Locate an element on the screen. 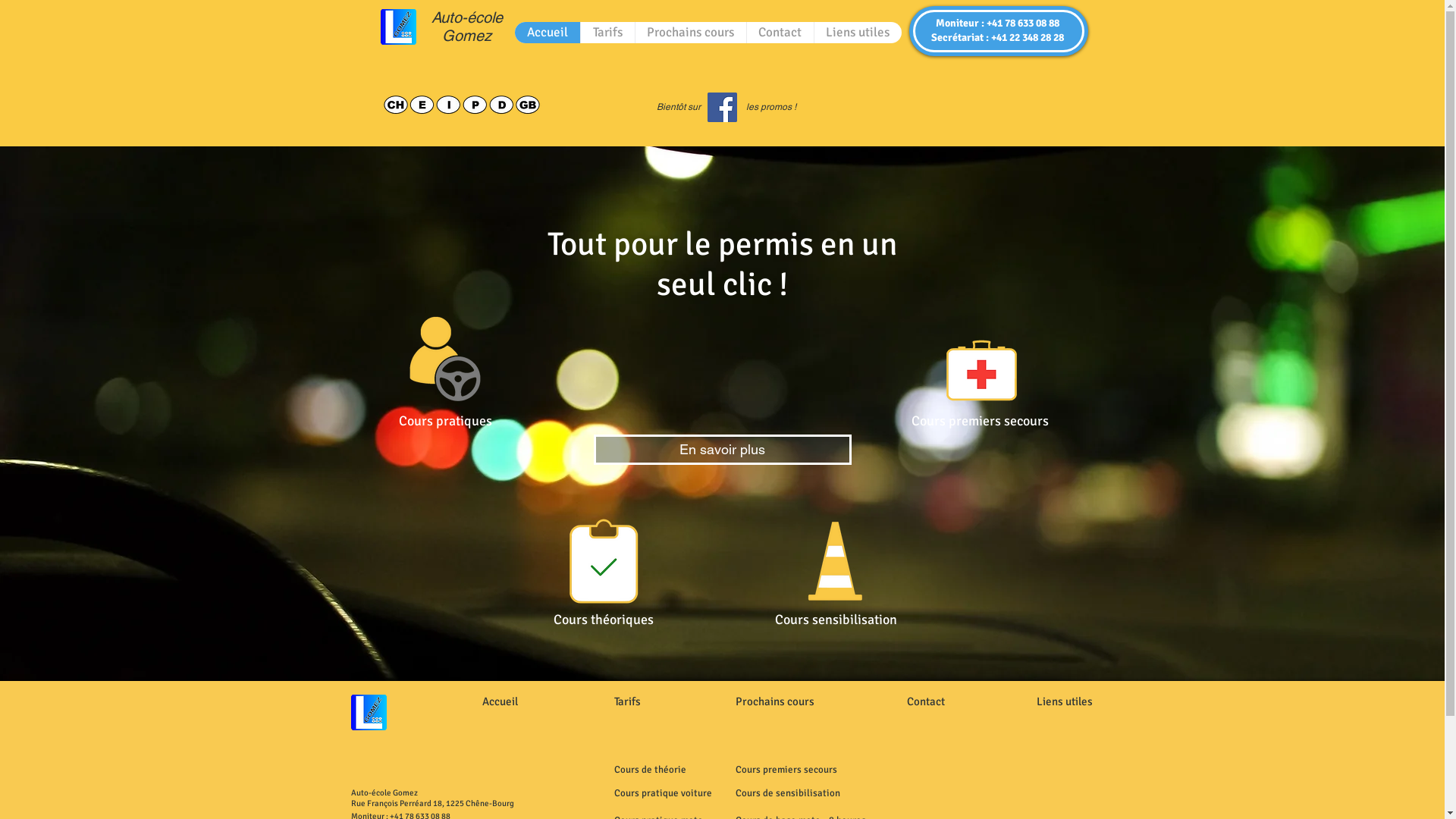 This screenshot has width=1456, height=819. 'Cours premiers secours' is located at coordinates (735, 769).